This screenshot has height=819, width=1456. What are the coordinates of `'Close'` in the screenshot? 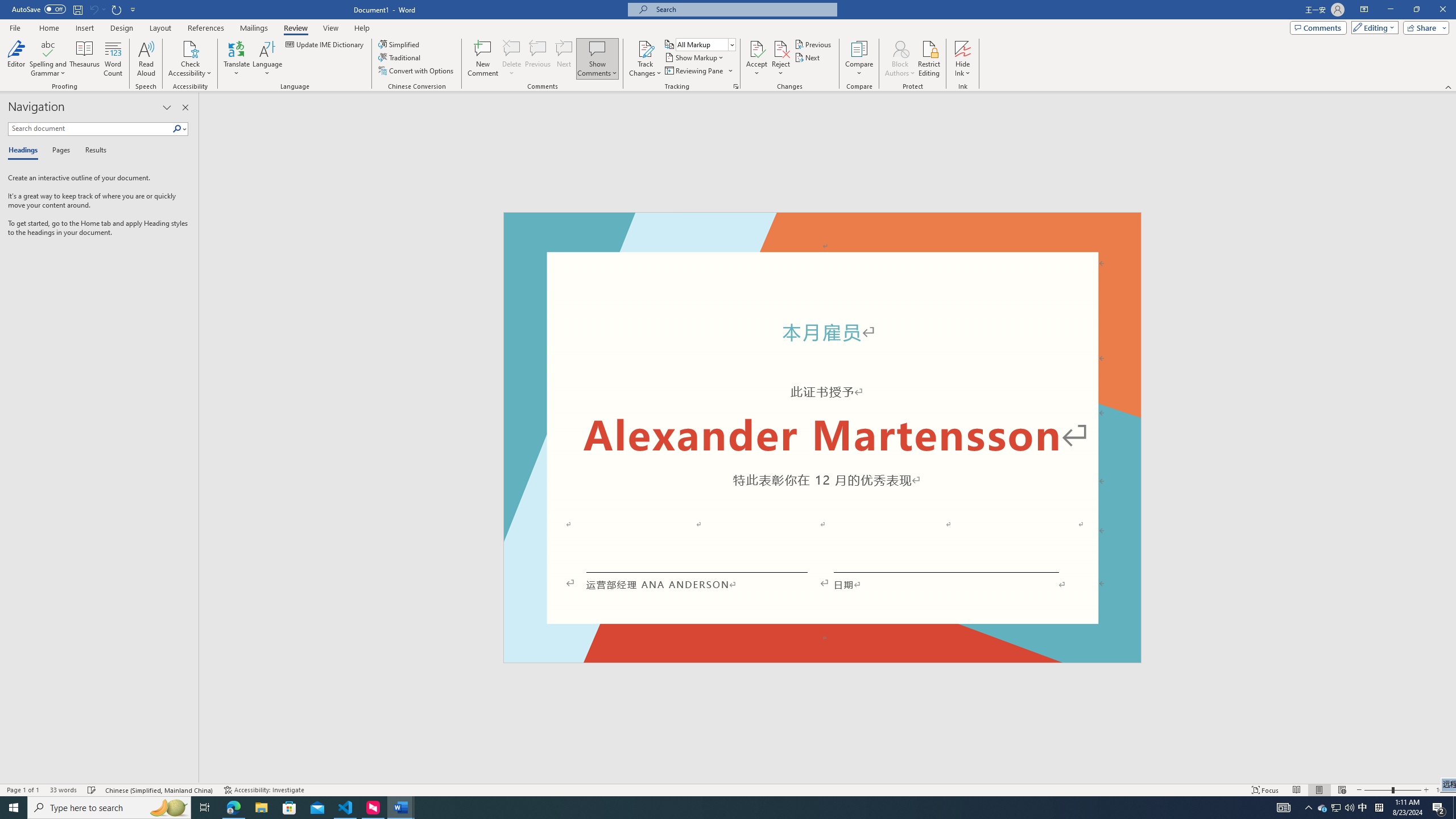 It's located at (1442, 9).